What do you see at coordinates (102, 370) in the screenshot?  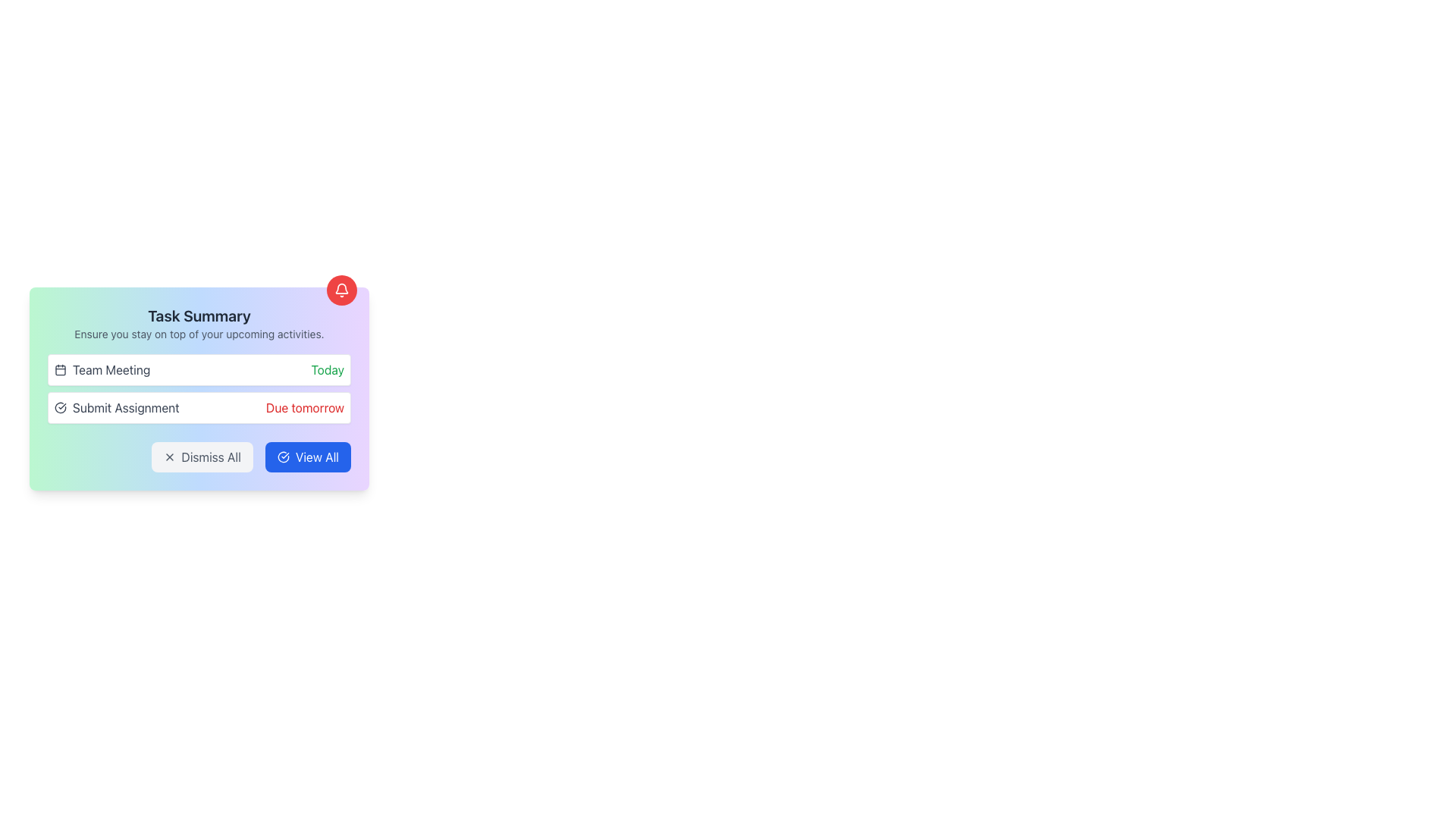 I see `the 'Team Meeting' text label` at bounding box center [102, 370].